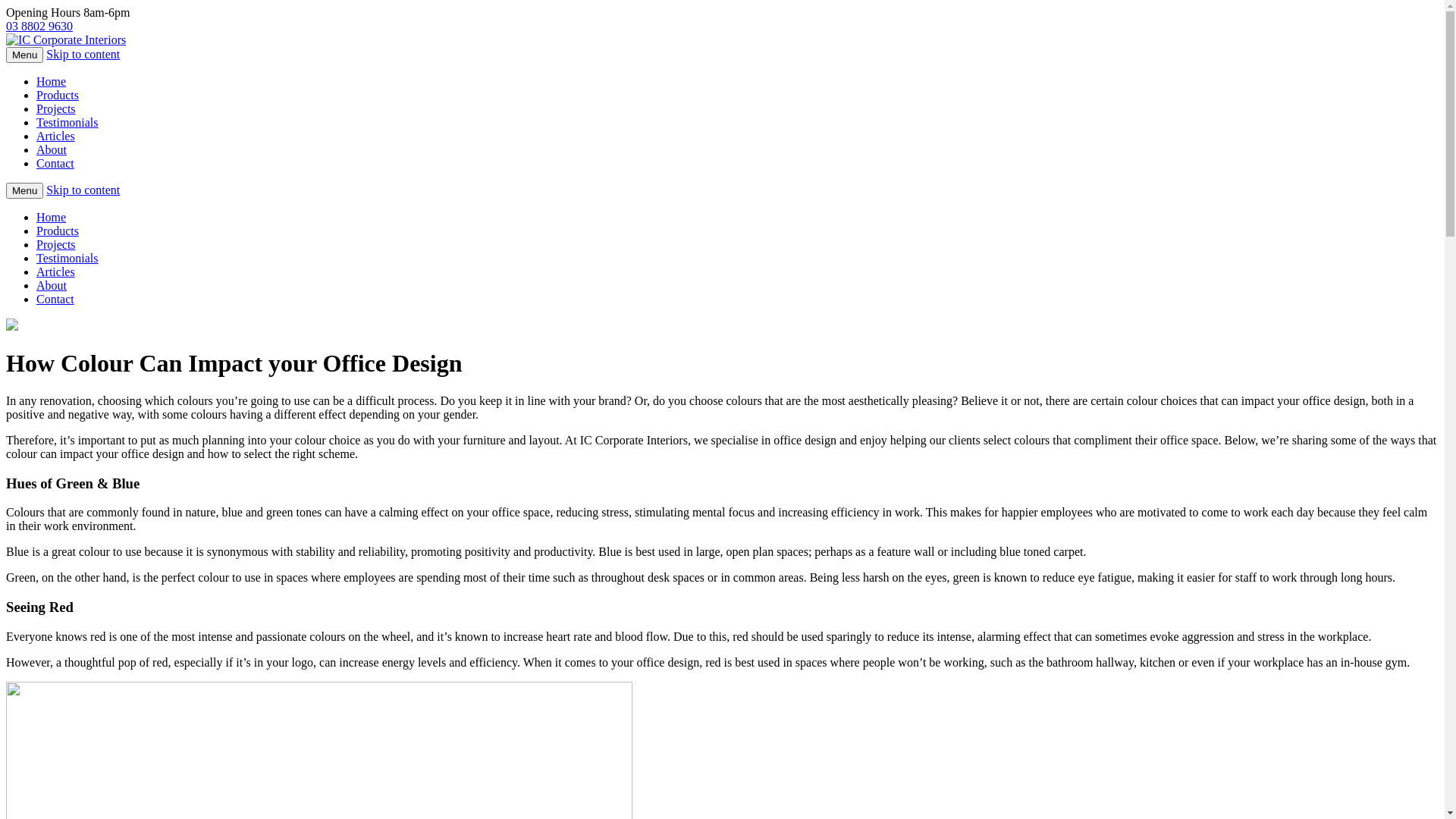 This screenshot has width=1456, height=819. What do you see at coordinates (24, 54) in the screenshot?
I see `'Menu'` at bounding box center [24, 54].